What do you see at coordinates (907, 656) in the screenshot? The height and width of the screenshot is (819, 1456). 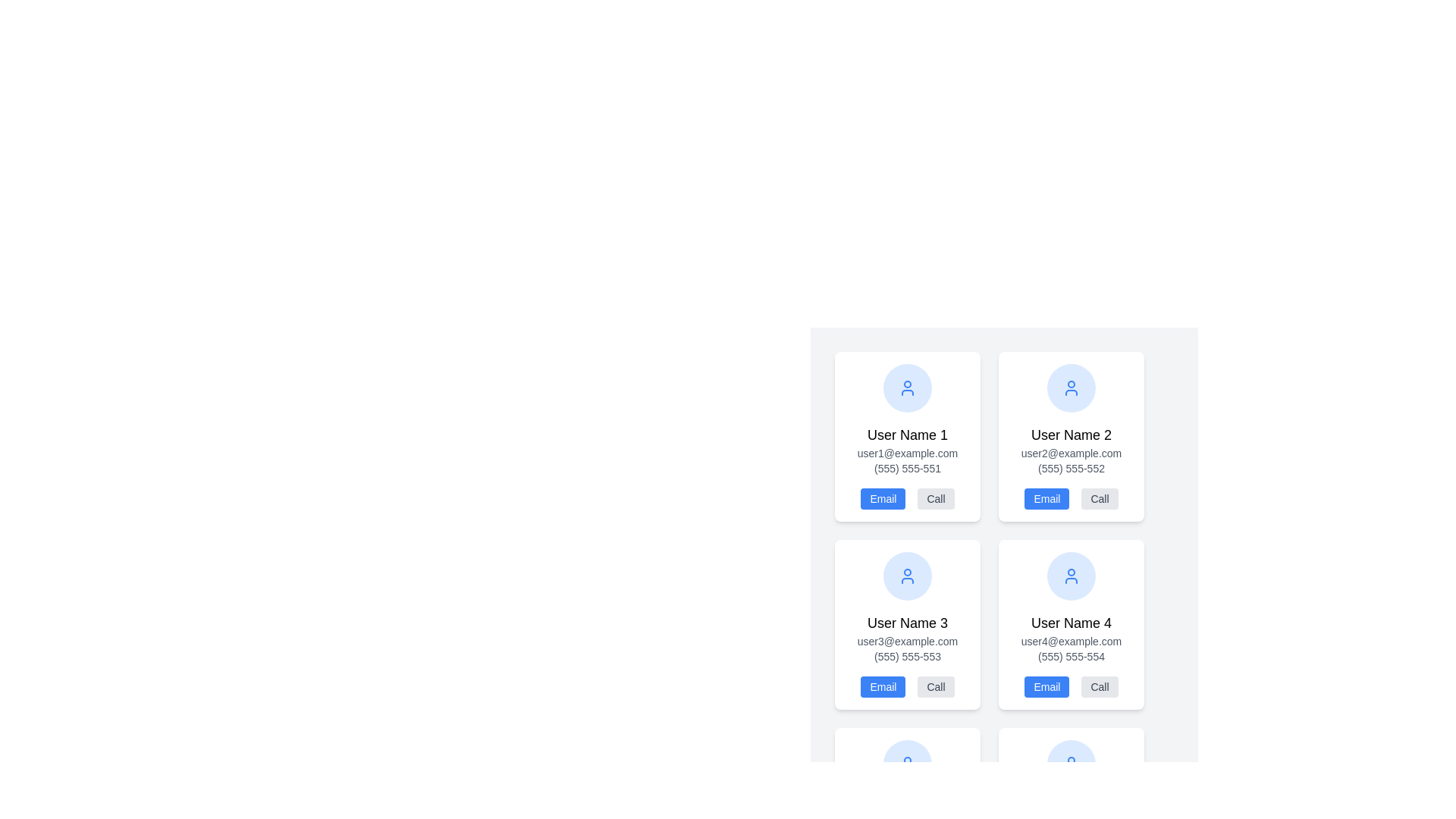 I see `the static text displaying the phone number '(555) 555-553', which is located in the 'User Name 3' card, below the email address 'user3@example.com'` at bounding box center [907, 656].